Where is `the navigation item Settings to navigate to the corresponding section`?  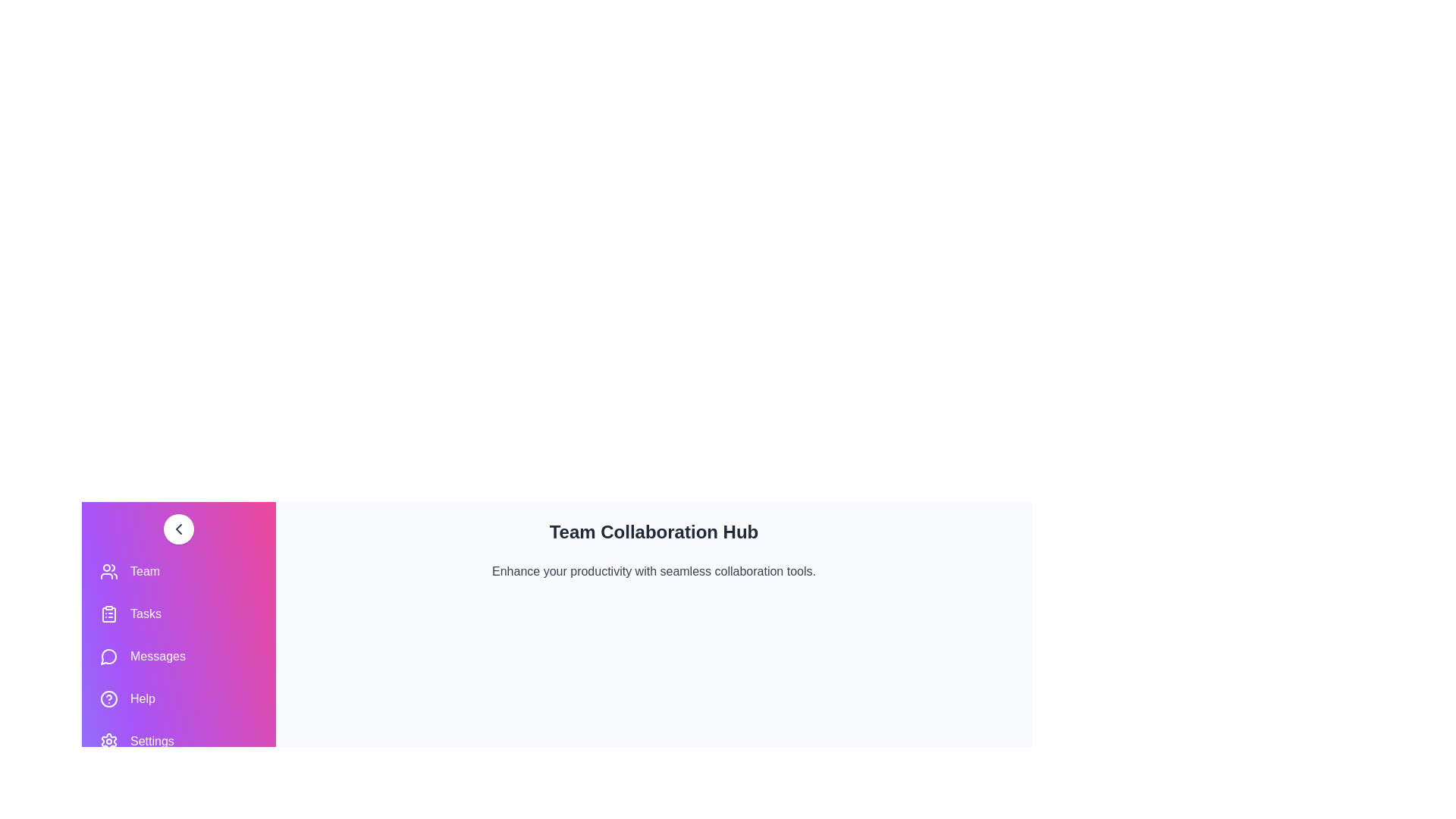
the navigation item Settings to navigate to the corresponding section is located at coordinates (178, 741).